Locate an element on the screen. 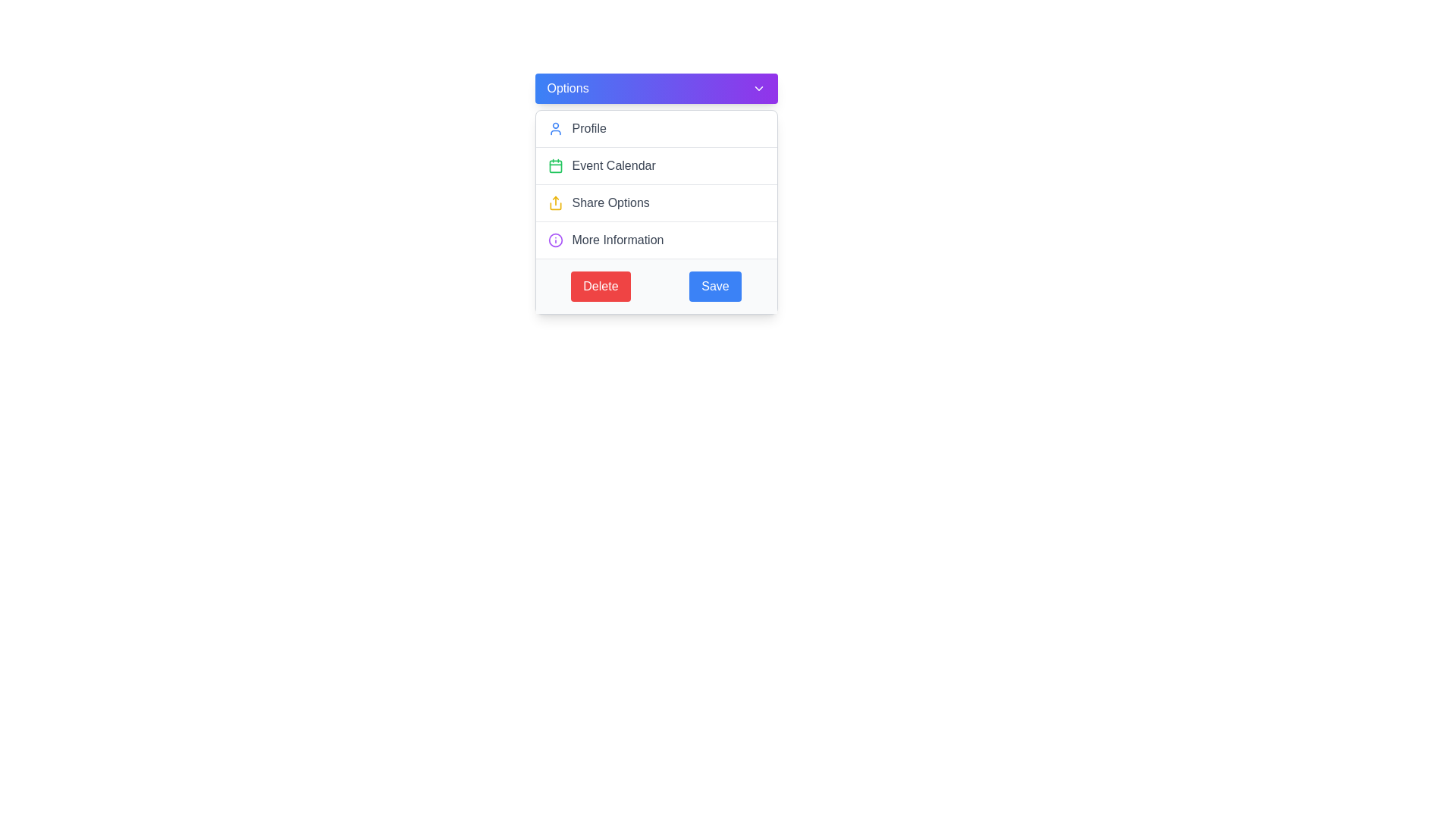 Image resolution: width=1456 pixels, height=819 pixels. the 'Profile' text label, which is styled in gray and positioned to the right of a blue user icon in the dropdown menu labeled 'Options' is located at coordinates (588, 127).